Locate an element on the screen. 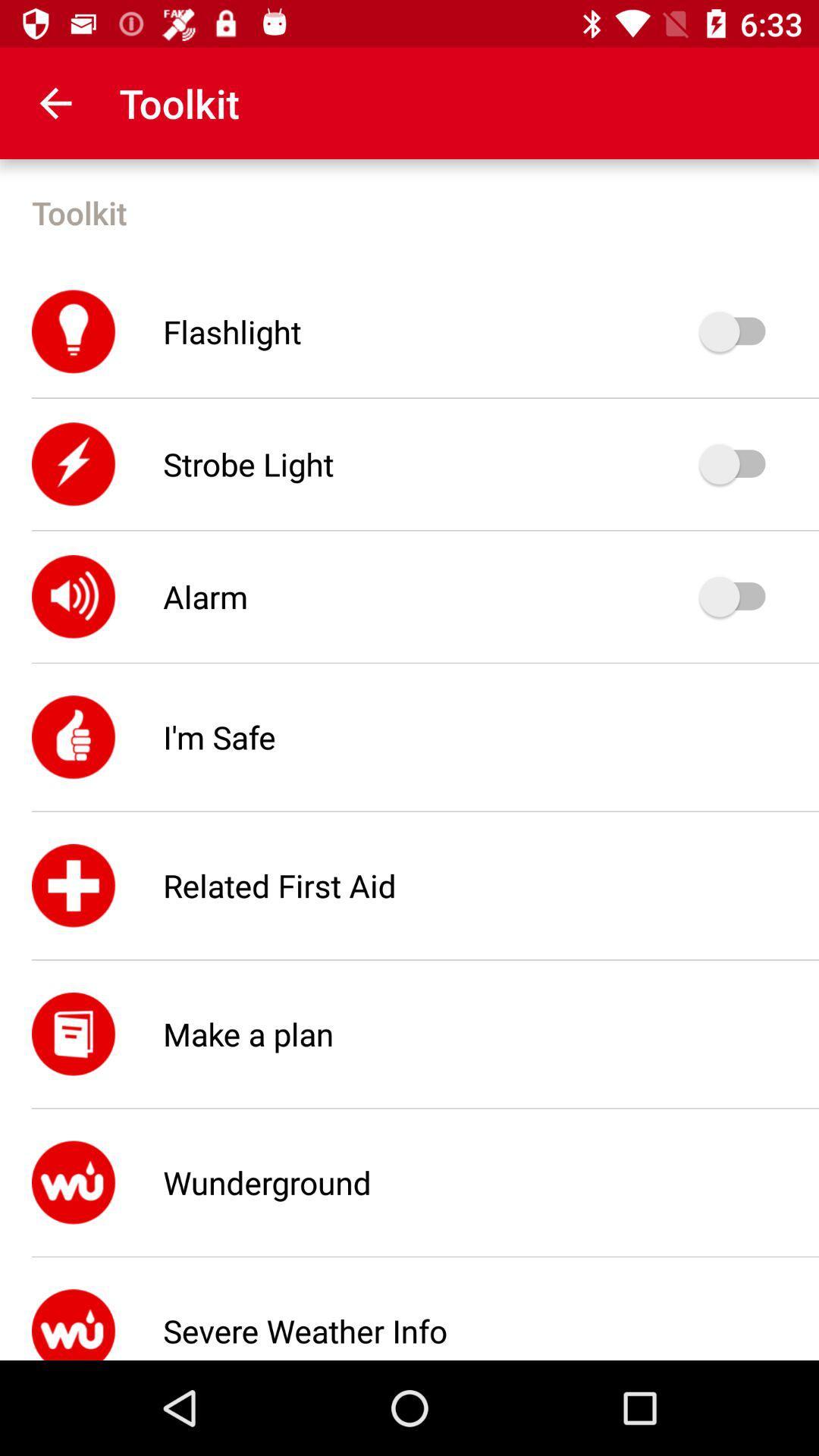  the item next to toolkit item is located at coordinates (55, 102).